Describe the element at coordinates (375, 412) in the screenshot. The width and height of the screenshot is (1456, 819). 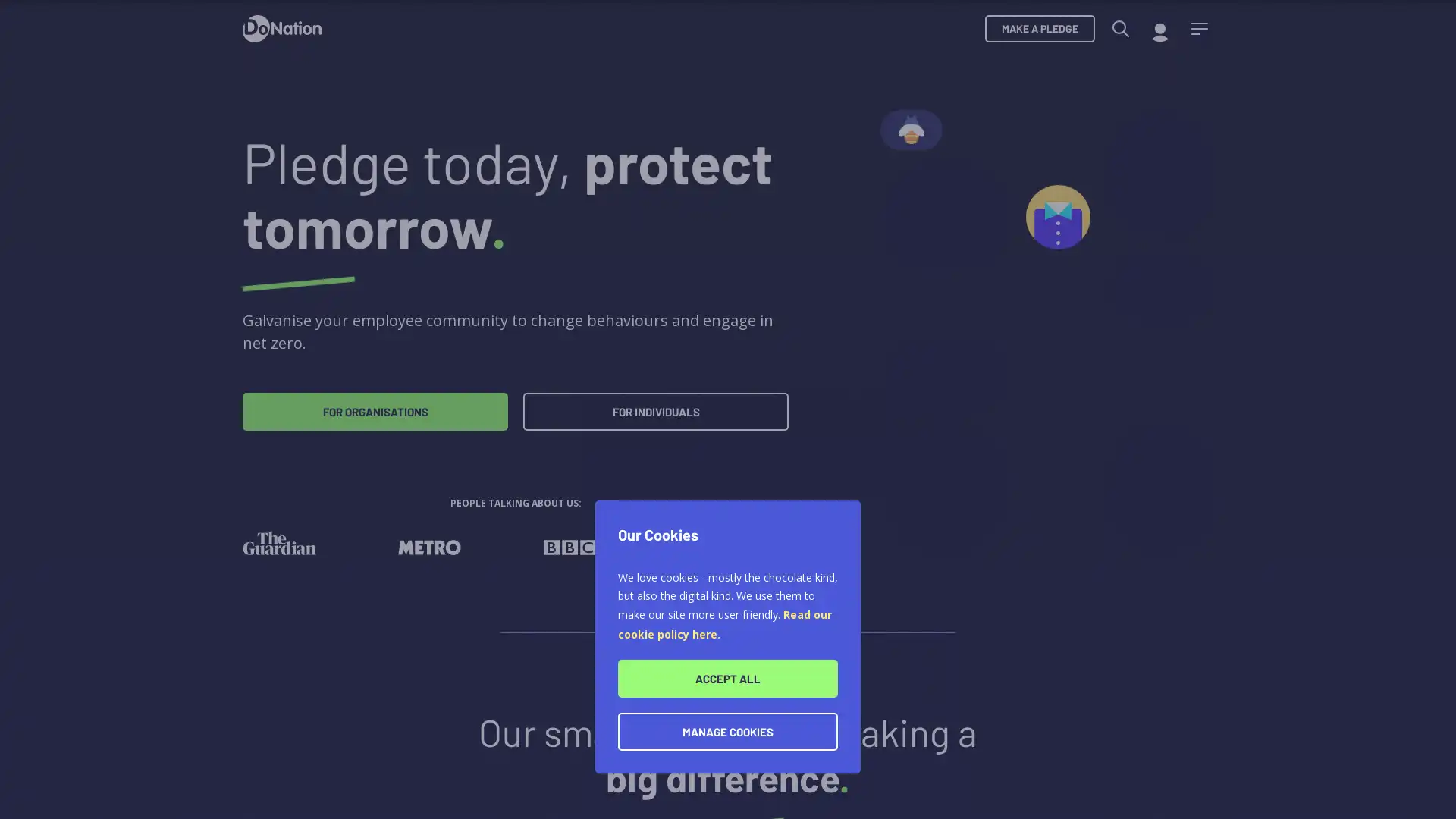
I see `FOR ORGANISATIONS` at that location.